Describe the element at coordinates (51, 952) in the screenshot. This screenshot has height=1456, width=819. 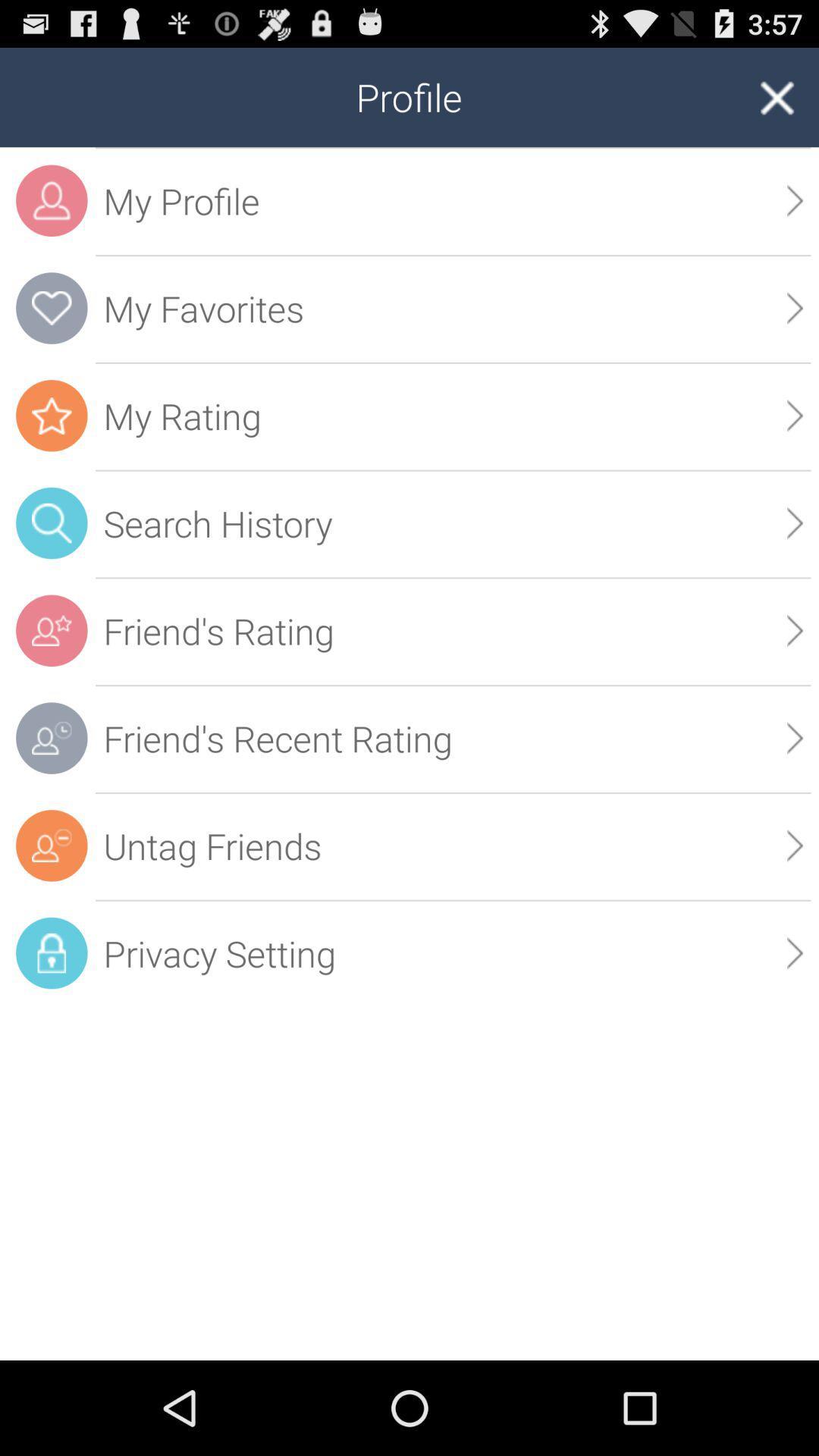
I see `the privacy setting icon` at that location.